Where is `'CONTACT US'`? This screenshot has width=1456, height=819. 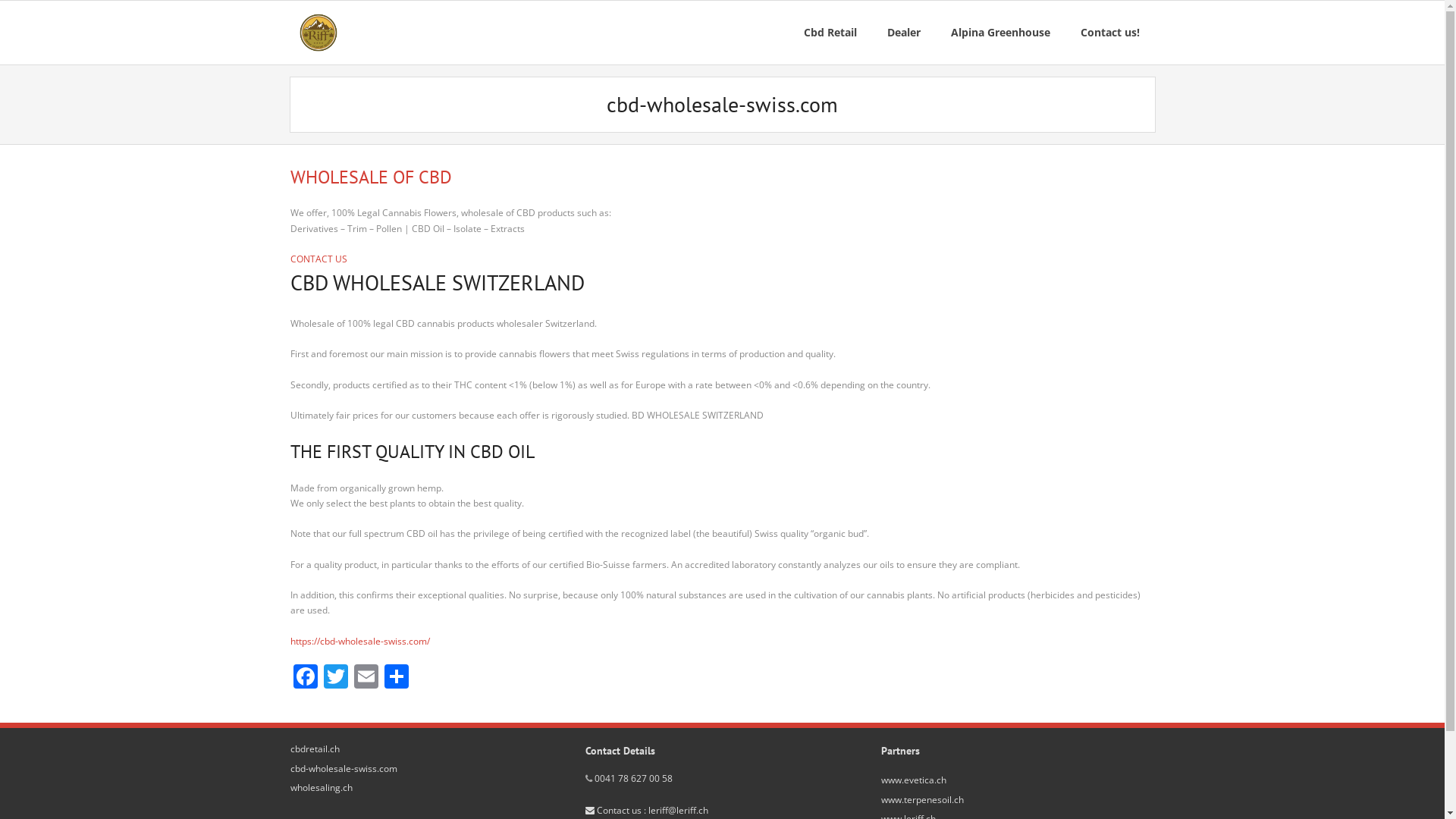 'CONTACT US' is located at coordinates (290, 258).